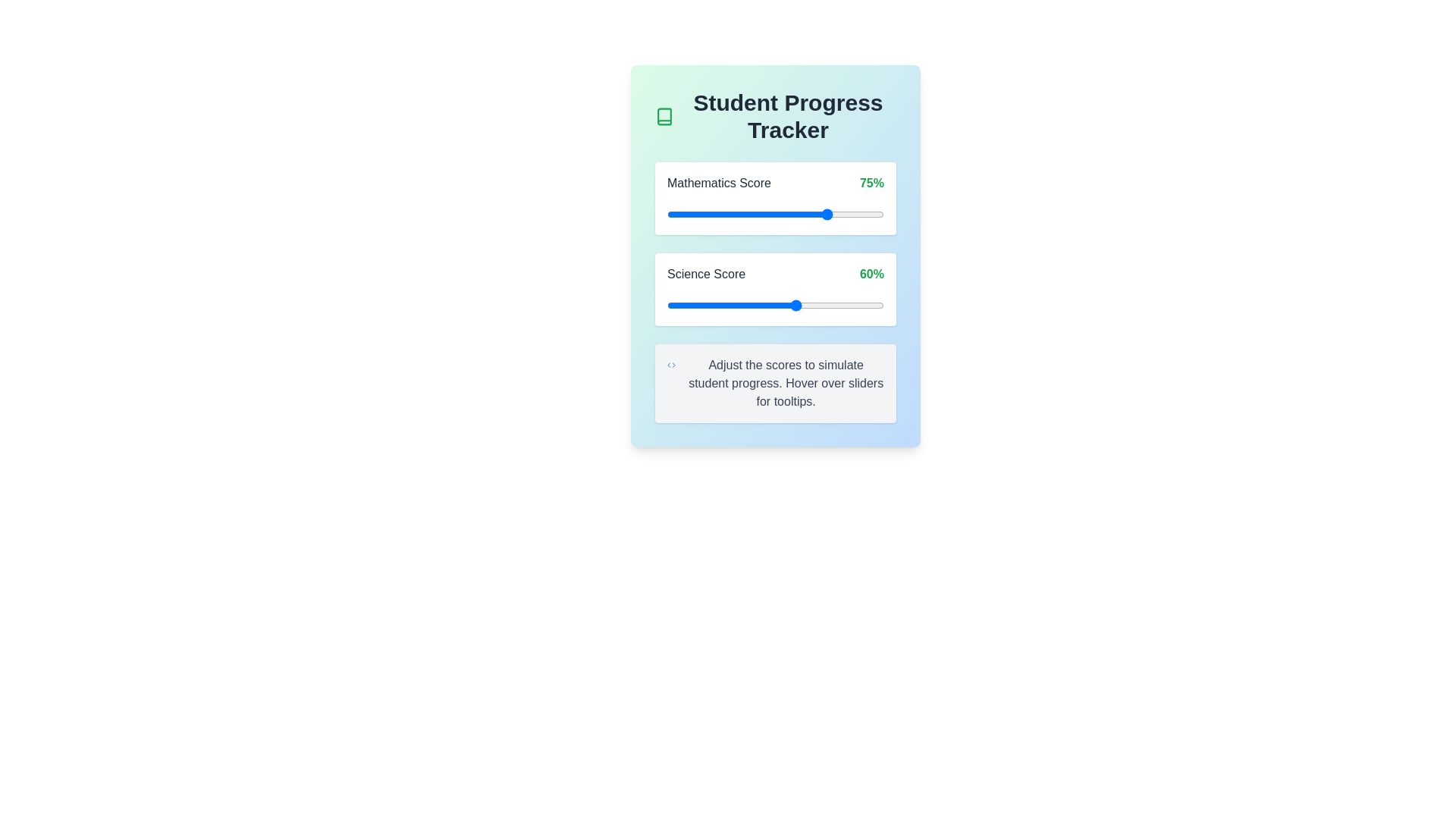  What do you see at coordinates (794, 305) in the screenshot?
I see `the Science Score slider to 59%` at bounding box center [794, 305].